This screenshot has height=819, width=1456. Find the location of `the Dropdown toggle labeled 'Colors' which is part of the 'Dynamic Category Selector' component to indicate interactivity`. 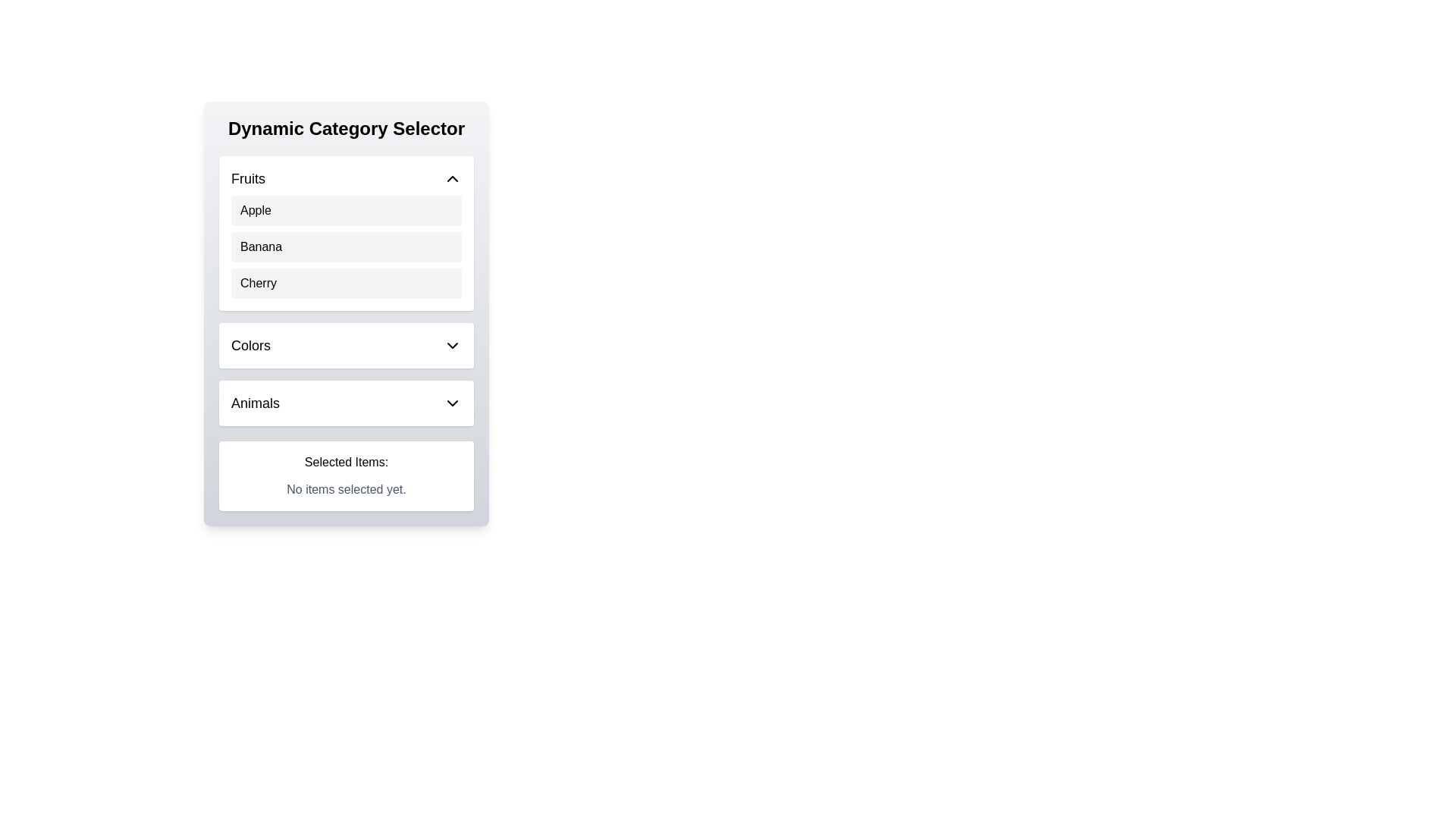

the Dropdown toggle labeled 'Colors' which is part of the 'Dynamic Category Selector' component to indicate interactivity is located at coordinates (345, 345).